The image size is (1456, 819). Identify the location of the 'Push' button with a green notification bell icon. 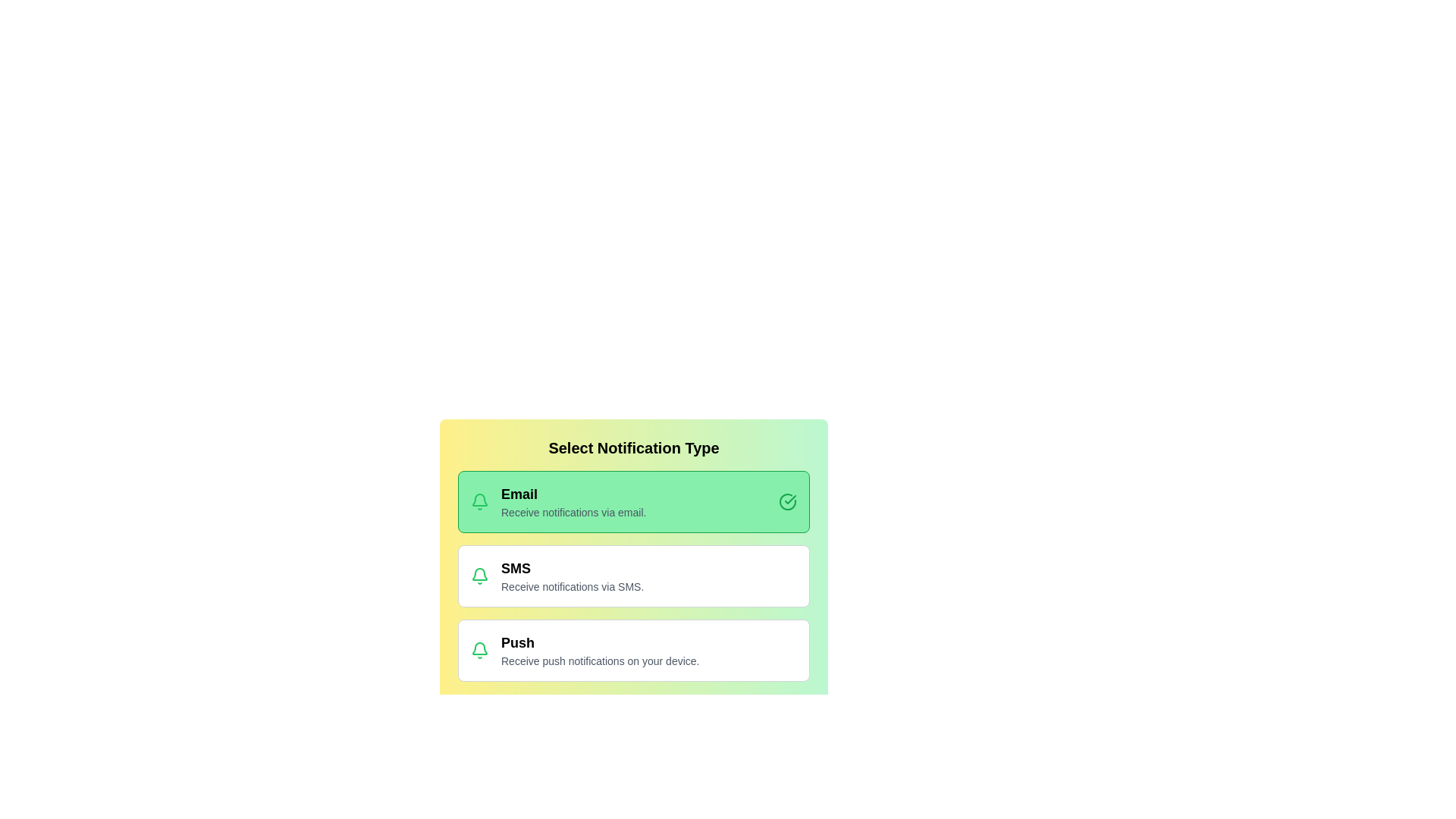
(633, 649).